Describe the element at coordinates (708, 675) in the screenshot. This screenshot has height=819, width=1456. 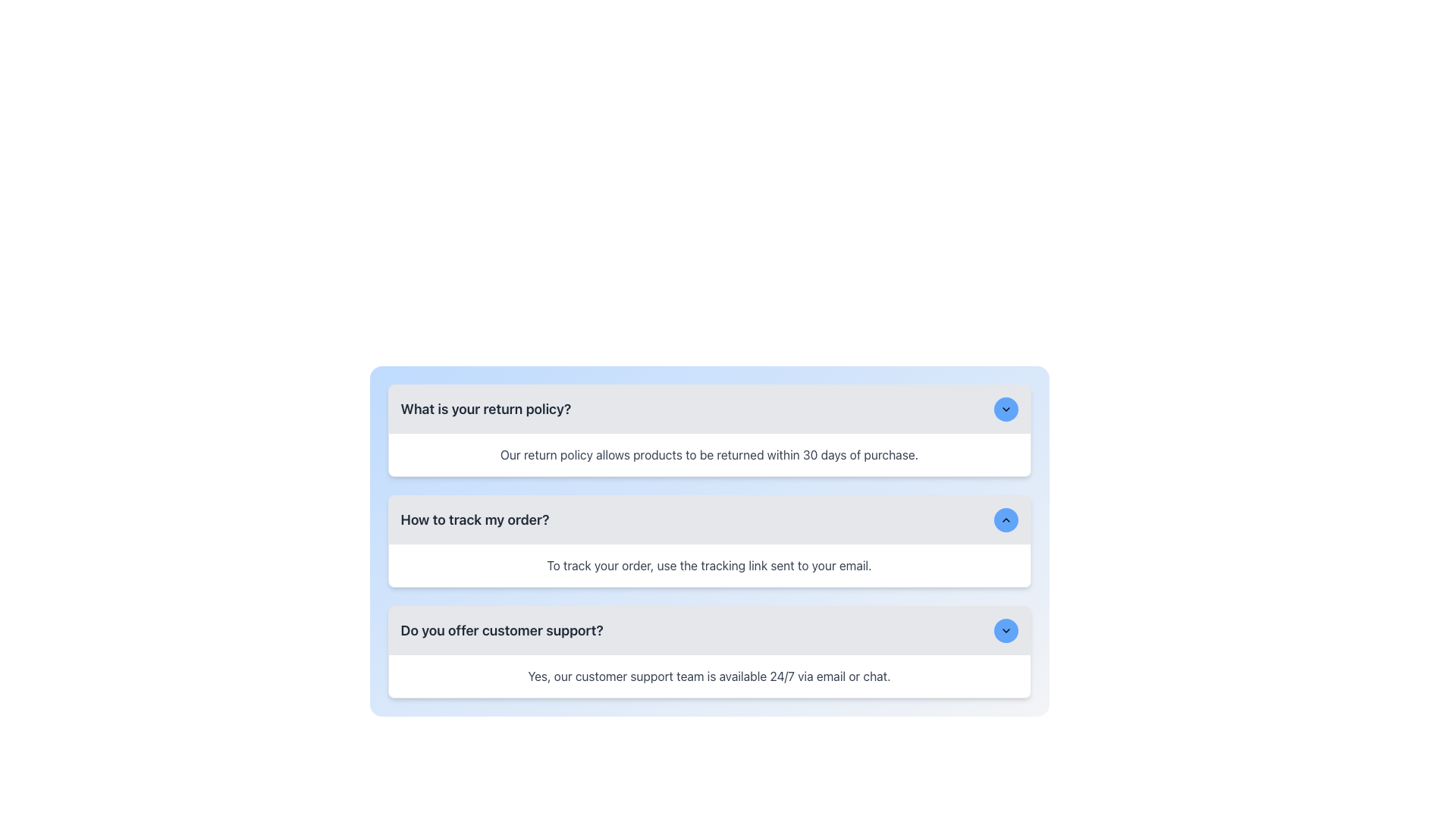
I see `text block that provides information about customer support availability, located in the second section under the question 'Do you offer customer support?'` at that location.